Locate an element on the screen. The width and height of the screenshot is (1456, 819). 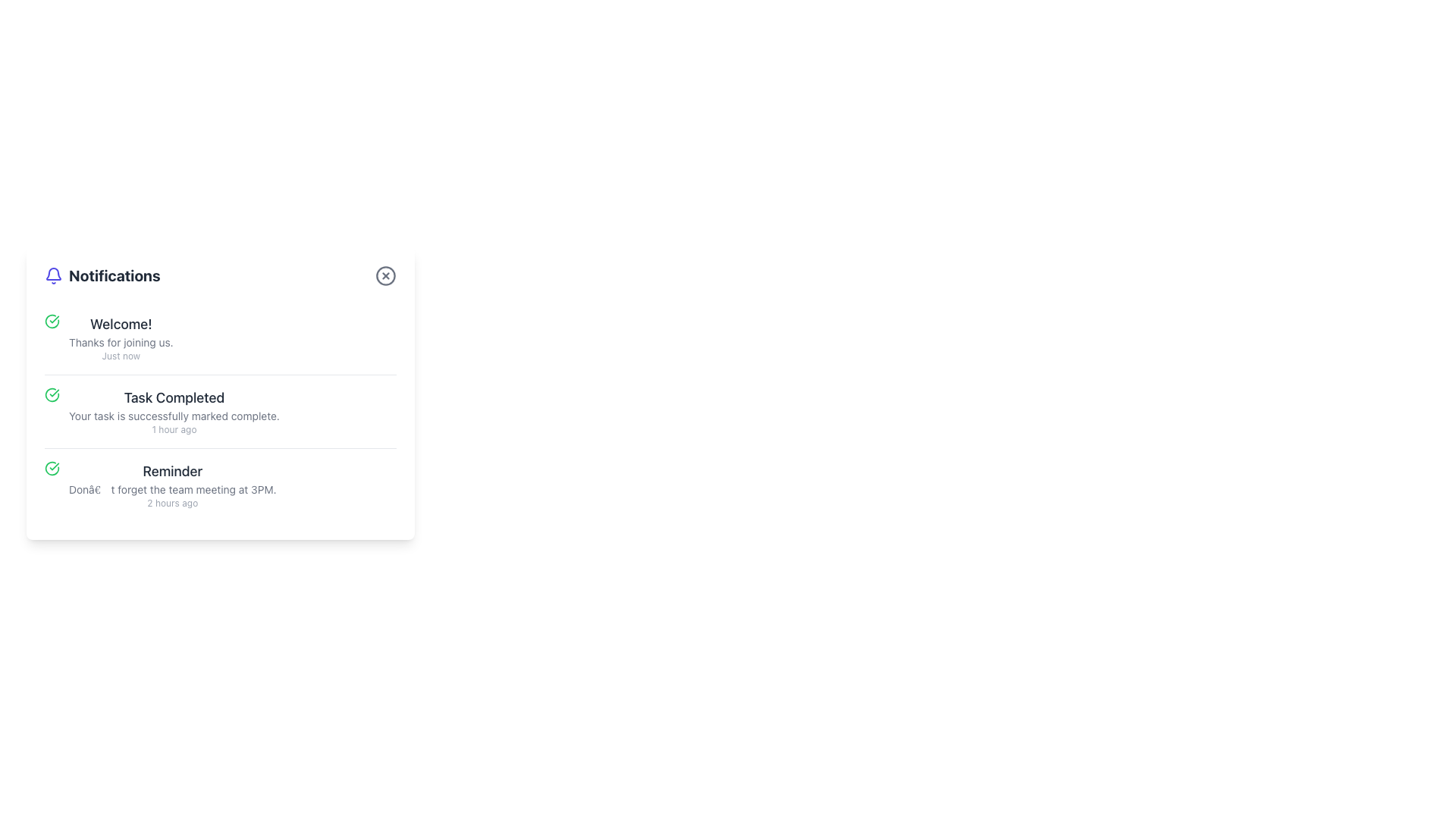
the bell icon indicating notifications, located to the left of the 'Notifications' text in the top-left corner of the notification card is located at coordinates (54, 275).